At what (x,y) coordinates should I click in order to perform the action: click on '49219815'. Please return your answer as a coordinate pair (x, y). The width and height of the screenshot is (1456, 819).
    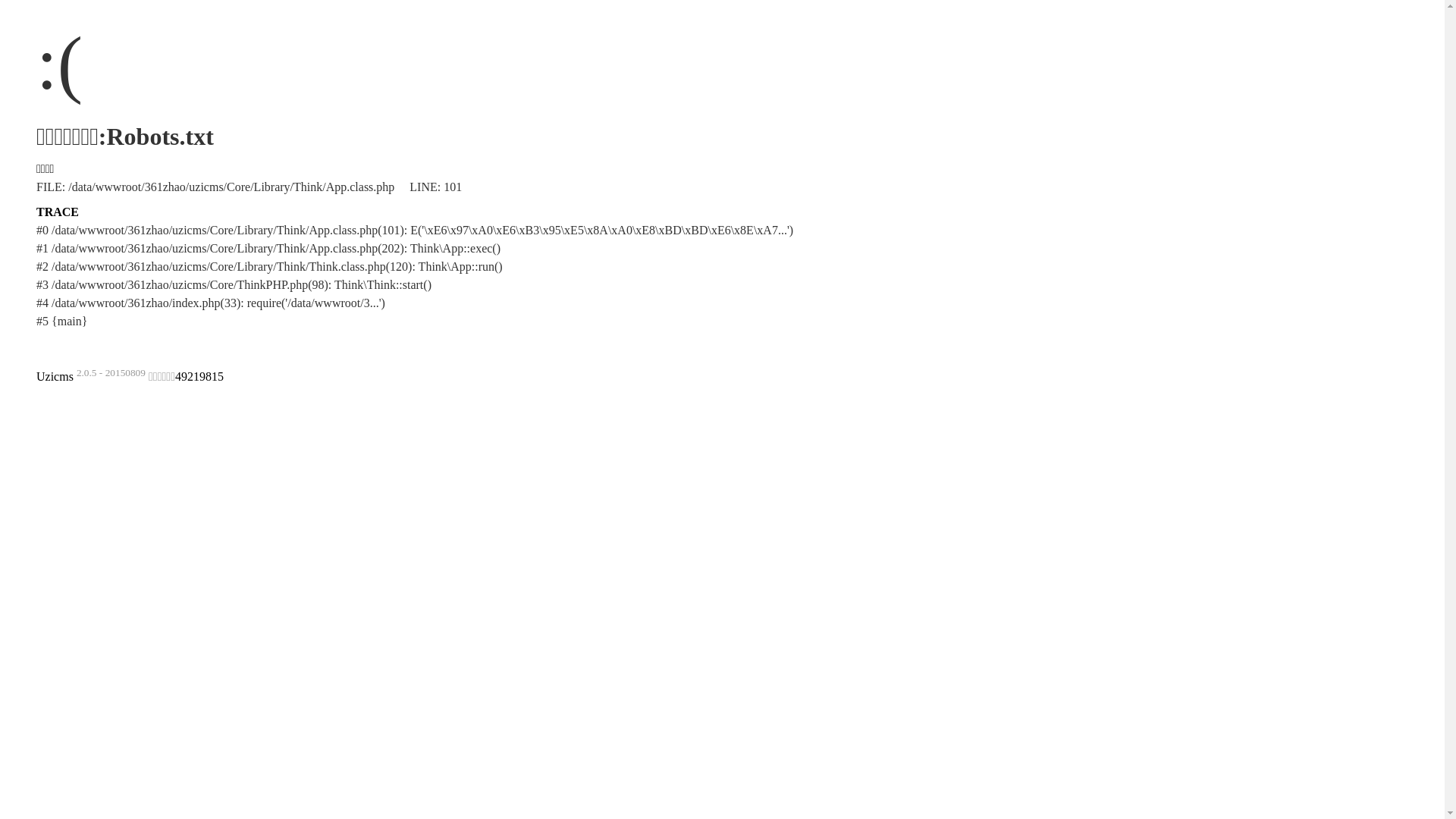
    Looking at the image, I should click on (174, 375).